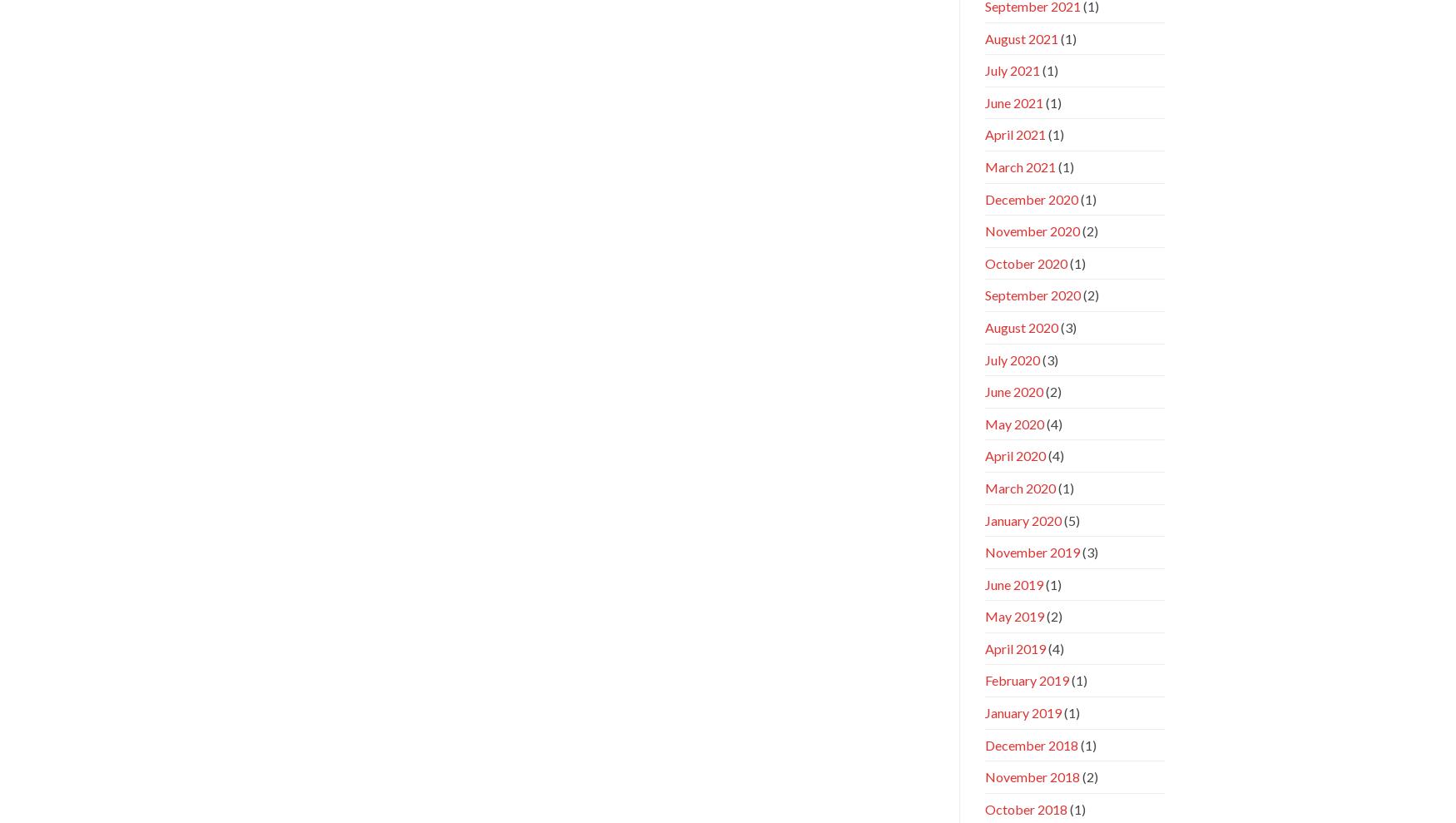 Image resolution: width=1456 pixels, height=823 pixels. I want to click on 'August 2020', so click(1020, 326).